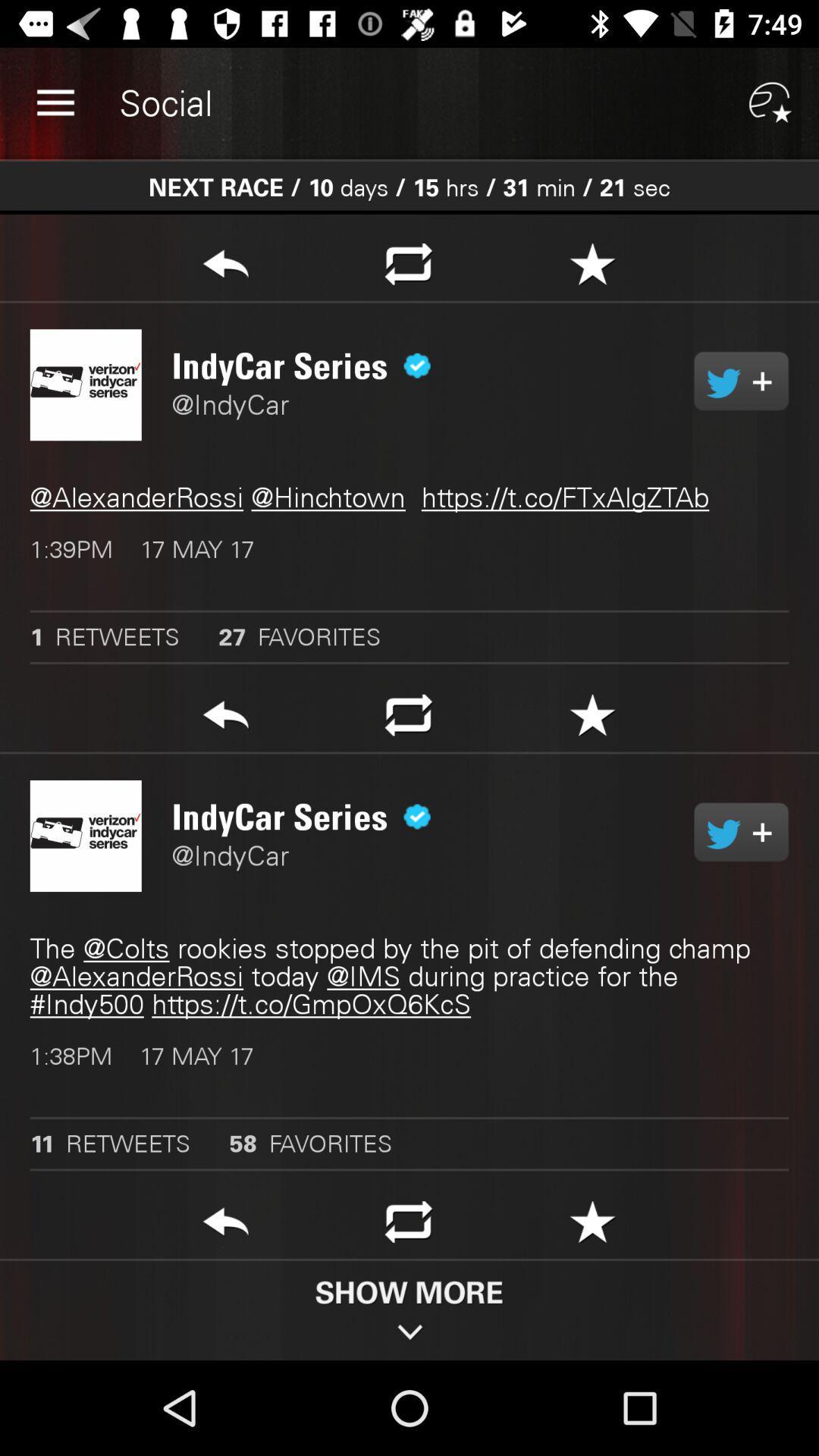 Image resolution: width=819 pixels, height=1456 pixels. I want to click on the item next to social app, so click(55, 102).